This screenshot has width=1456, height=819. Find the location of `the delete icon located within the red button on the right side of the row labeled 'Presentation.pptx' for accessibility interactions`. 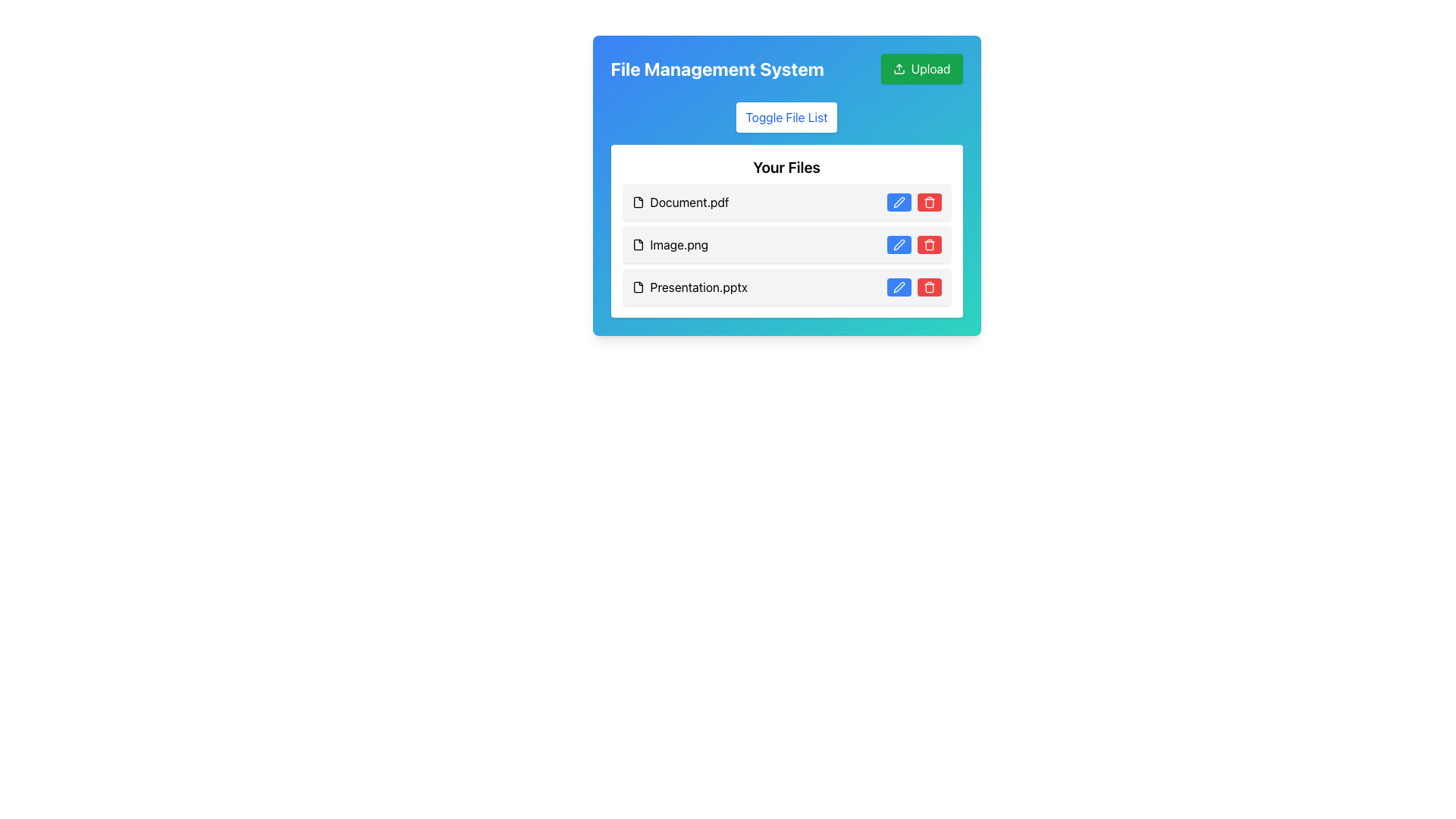

the delete icon located within the red button on the right side of the row labeled 'Presentation.pptx' for accessibility interactions is located at coordinates (928, 201).